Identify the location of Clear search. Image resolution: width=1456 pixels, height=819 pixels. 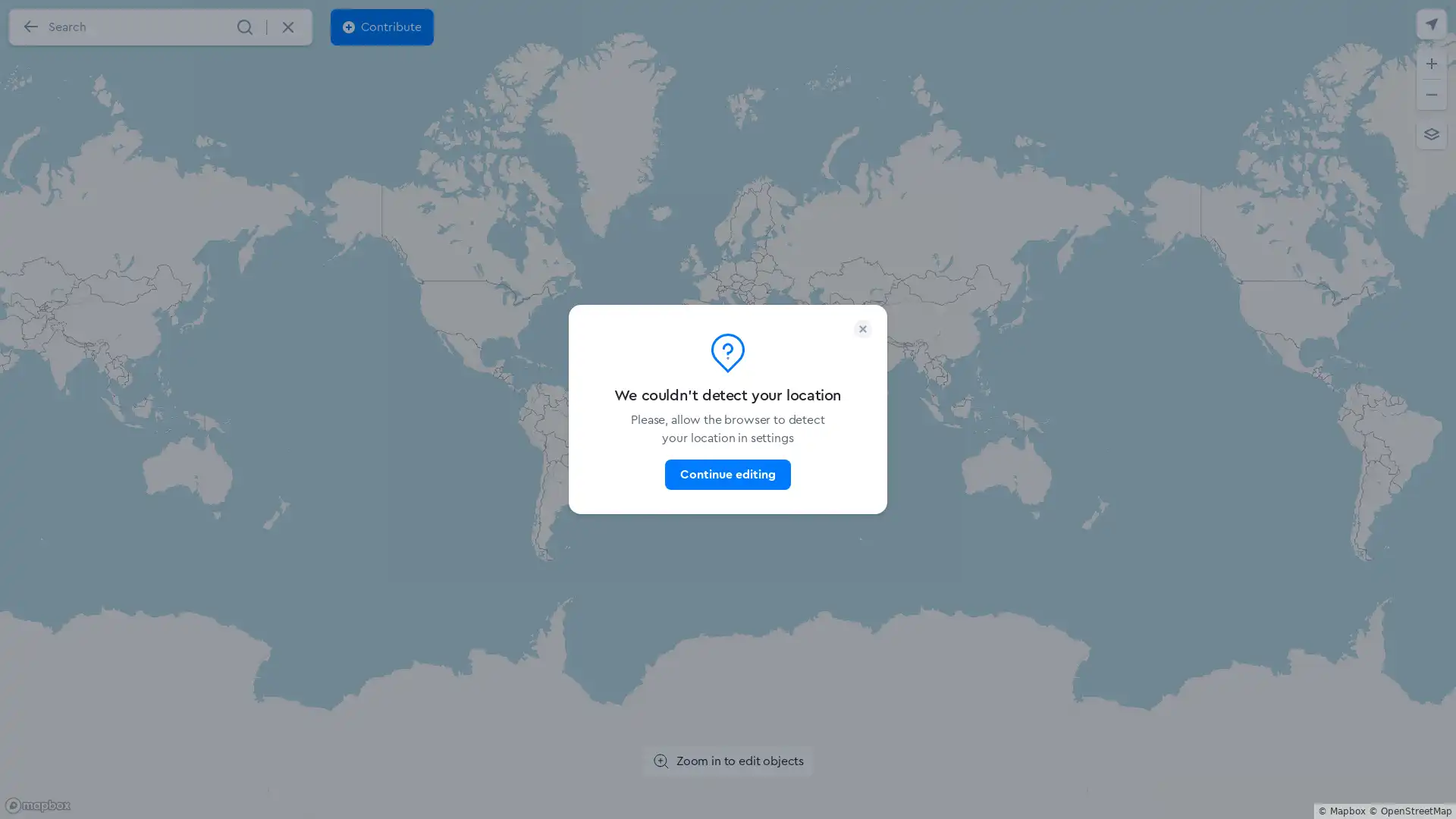
(287, 27).